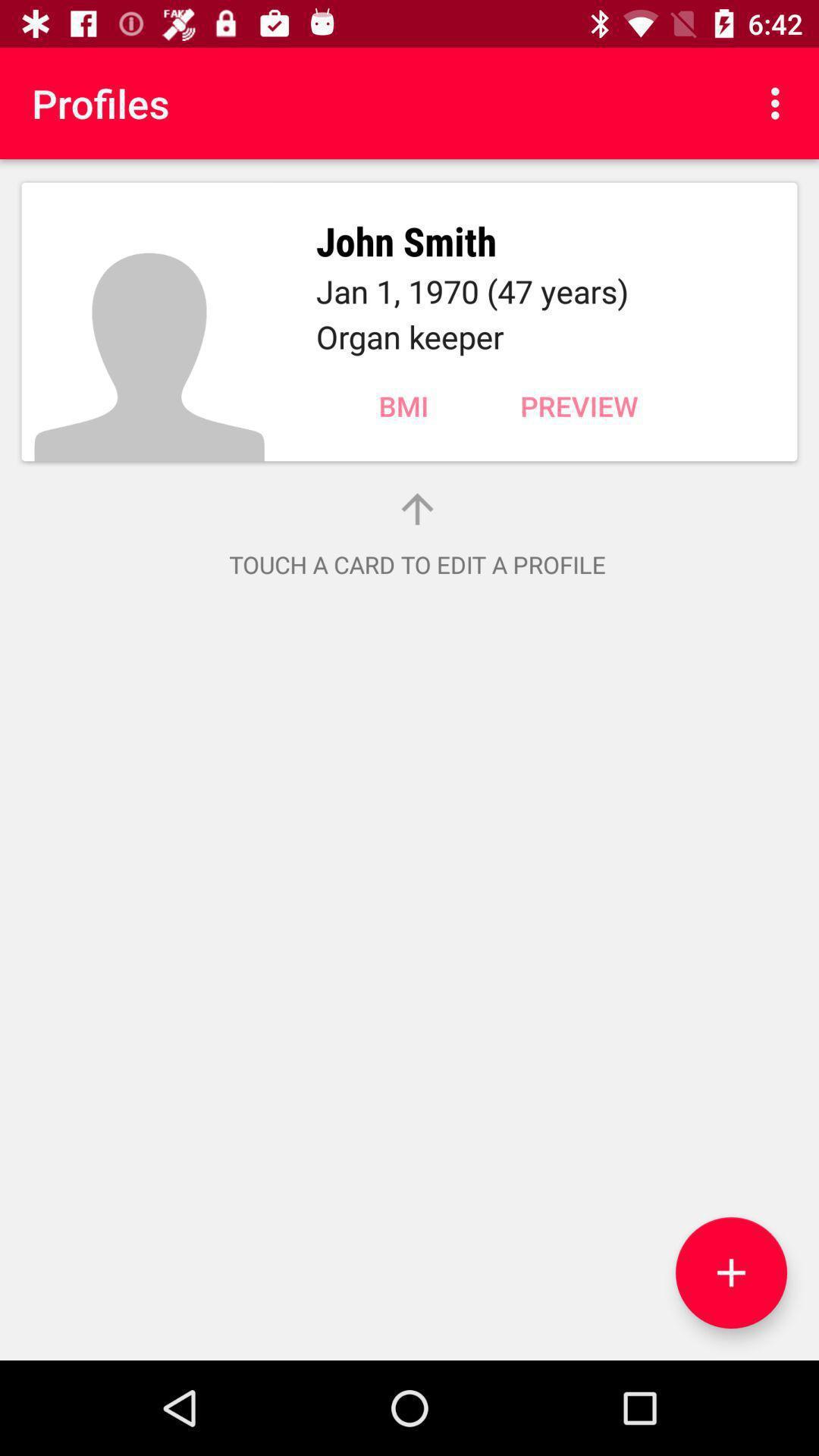 The height and width of the screenshot is (1456, 819). Describe the element at coordinates (579, 406) in the screenshot. I see `preview icon` at that location.